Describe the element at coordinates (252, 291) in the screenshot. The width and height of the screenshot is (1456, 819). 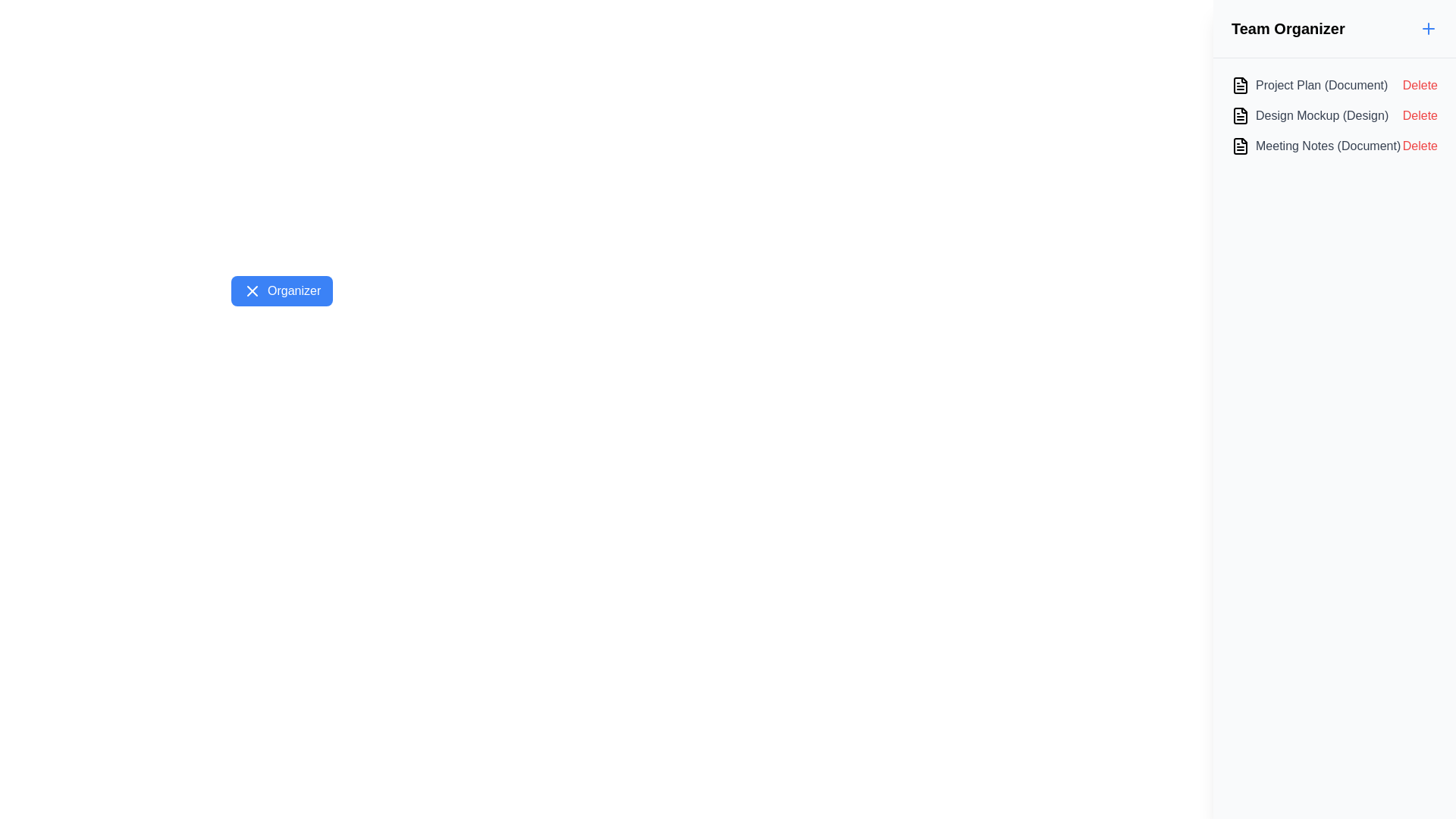
I see `the 'X' icon used for closure or cancellation within the 'Organizer' button` at that location.